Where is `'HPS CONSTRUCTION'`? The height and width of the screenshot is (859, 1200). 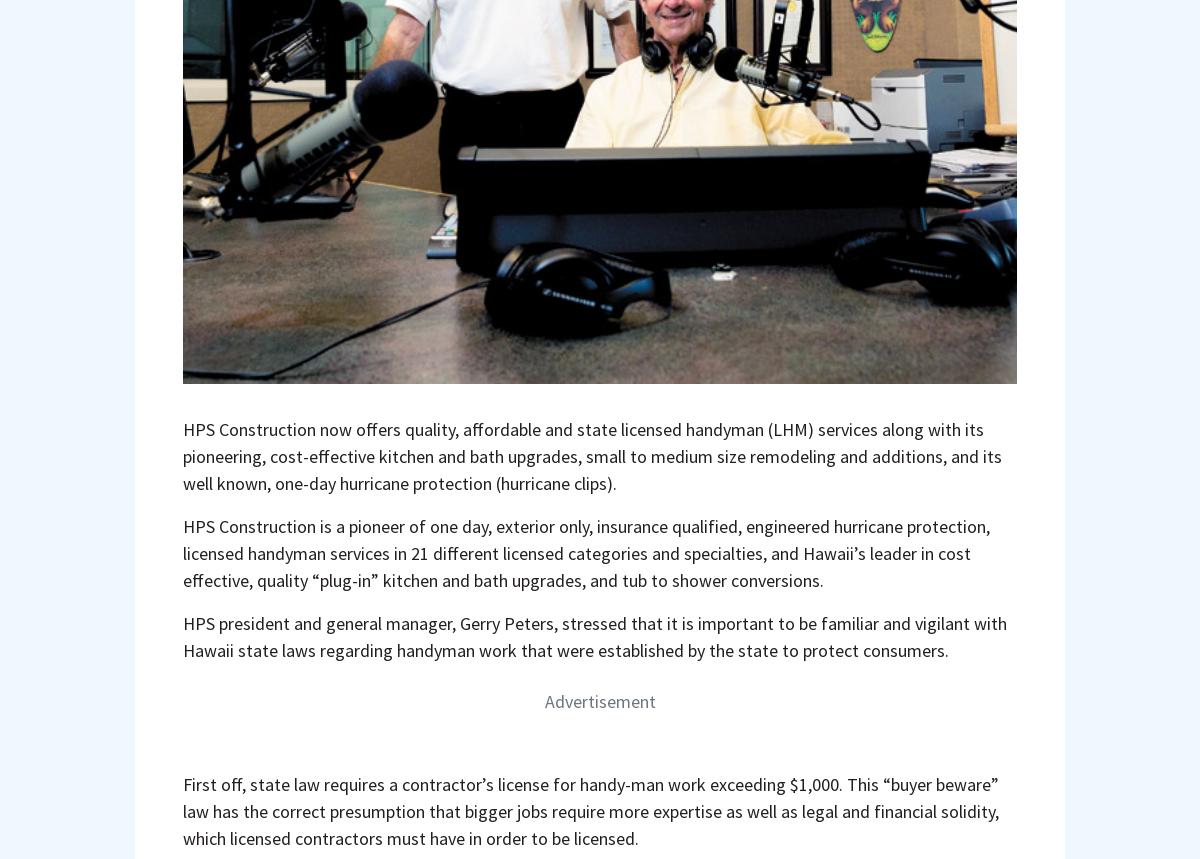
'HPS CONSTRUCTION' is located at coordinates (182, 140).